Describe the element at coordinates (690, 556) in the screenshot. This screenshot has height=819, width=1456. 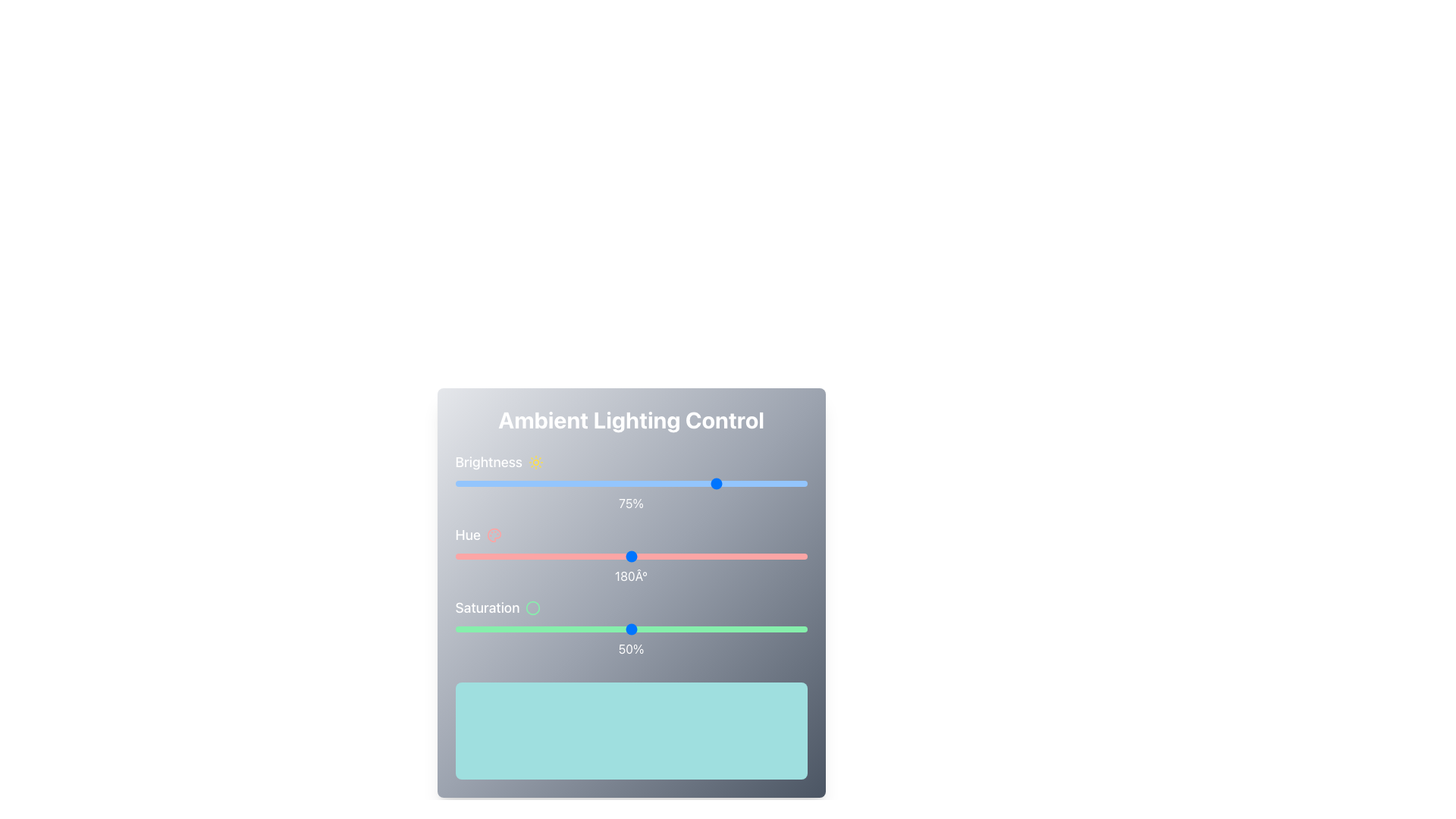
I see `hue` at that location.